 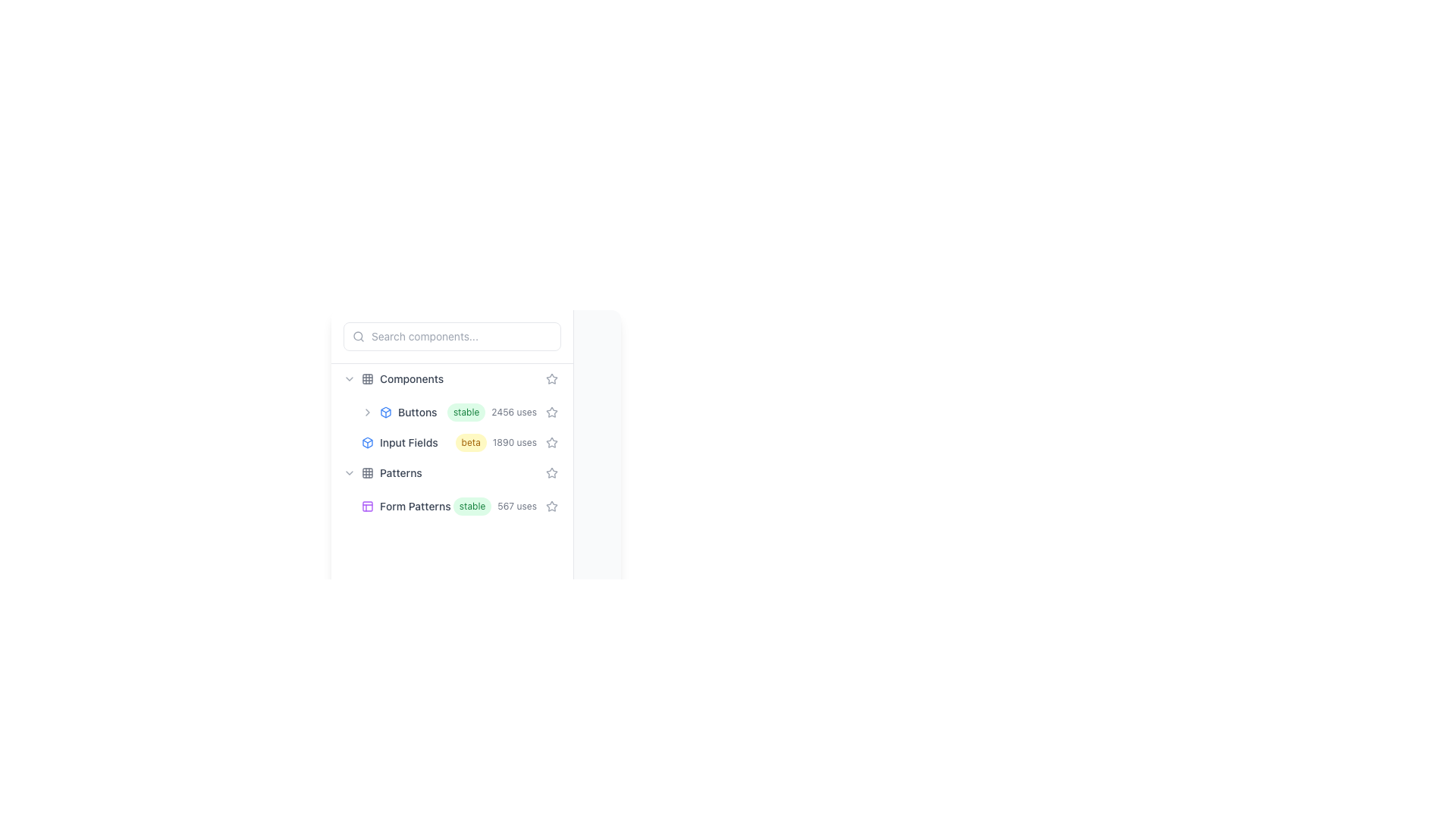 I want to click on the non-interactive SVG-based visual icon that indicates importance or selection, located to the right of the 'Input Fields' text, so click(x=551, y=378).